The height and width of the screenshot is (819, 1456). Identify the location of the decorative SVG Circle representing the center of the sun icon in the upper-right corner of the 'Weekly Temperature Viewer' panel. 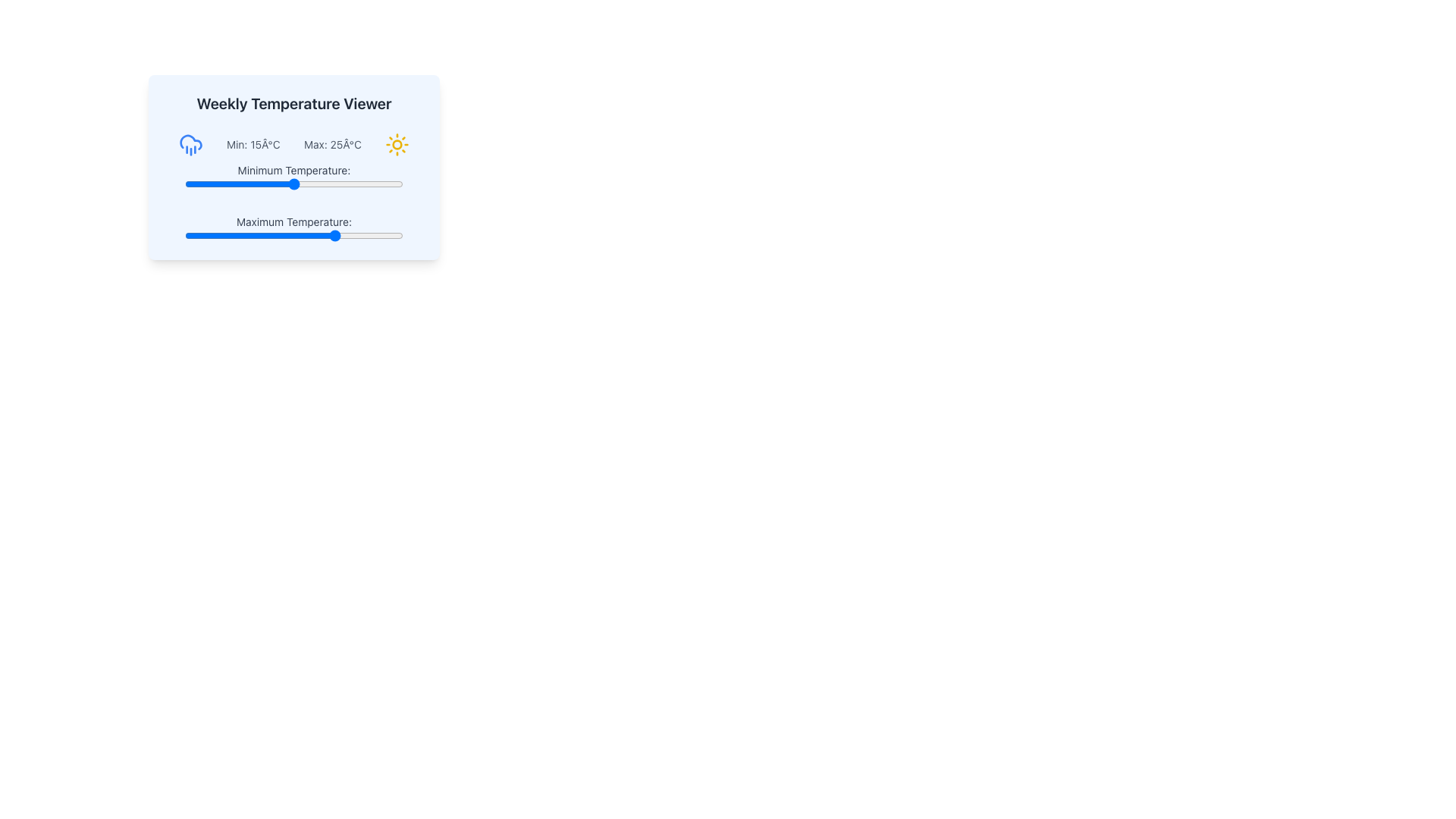
(397, 145).